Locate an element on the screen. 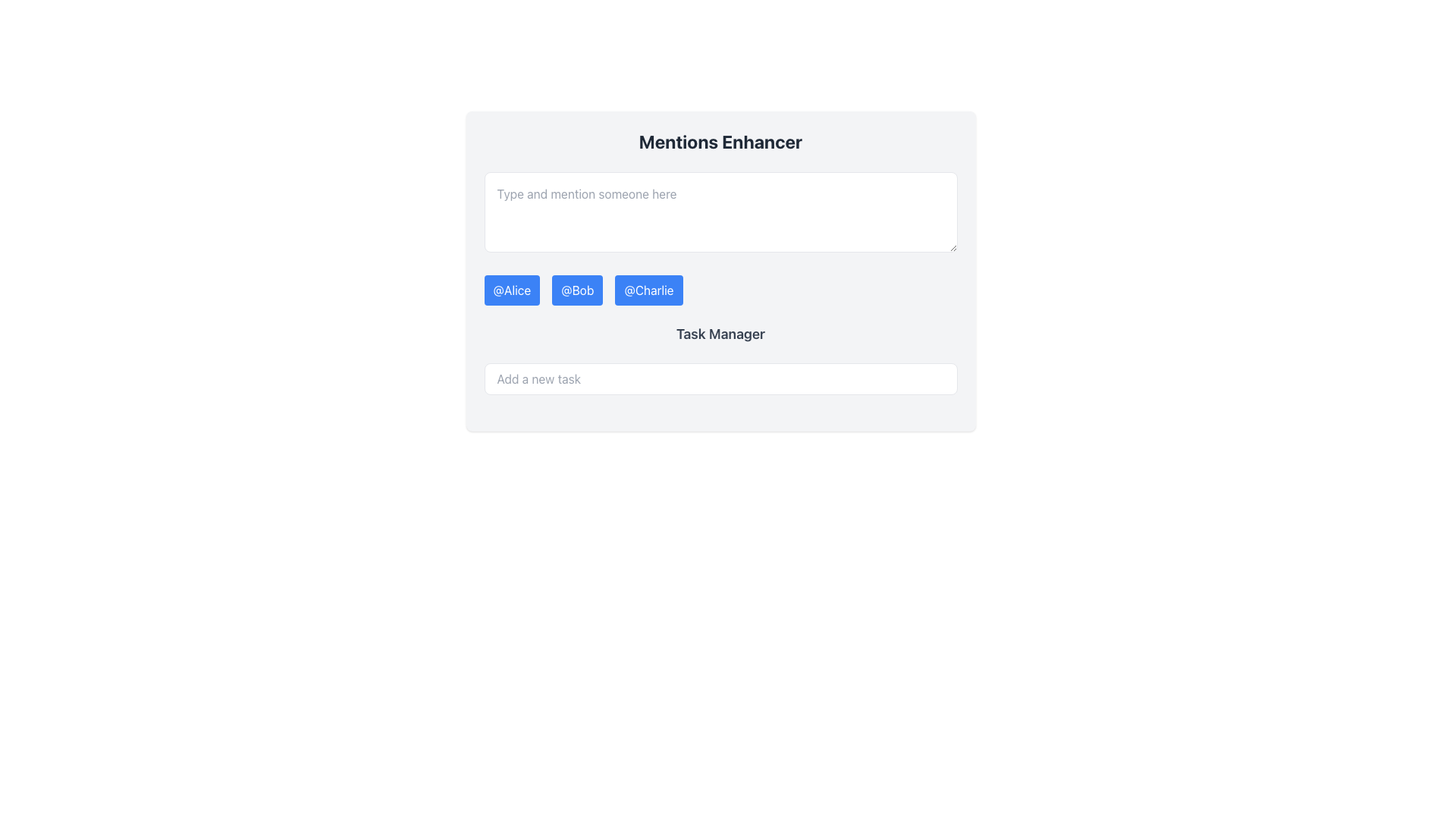  the text label displaying 'Task Manager', which is styled in a large bold font and is located between a row of buttons and a text input field is located at coordinates (720, 333).